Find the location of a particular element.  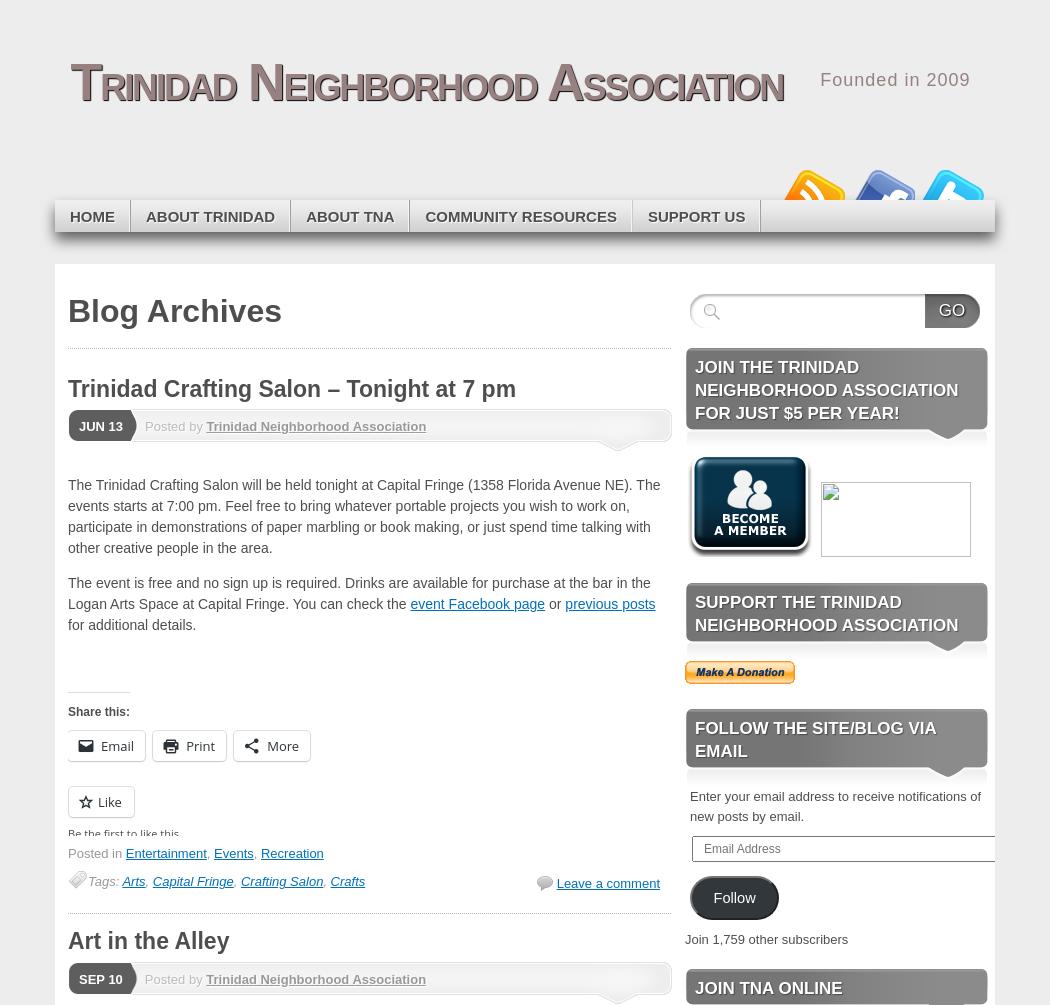

'Recreation' is located at coordinates (290, 852).